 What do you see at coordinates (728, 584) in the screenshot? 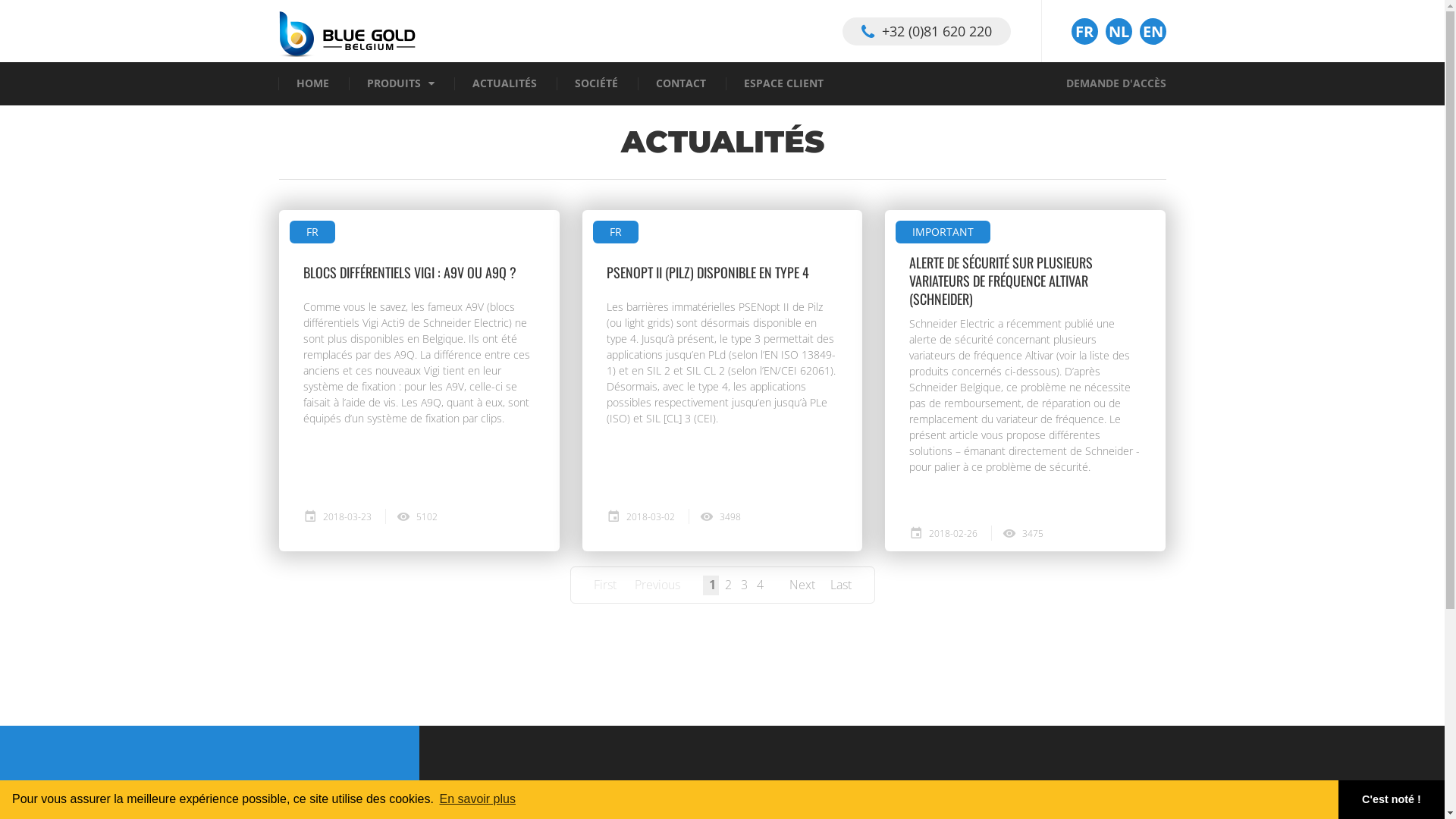
I see `'2'` at bounding box center [728, 584].